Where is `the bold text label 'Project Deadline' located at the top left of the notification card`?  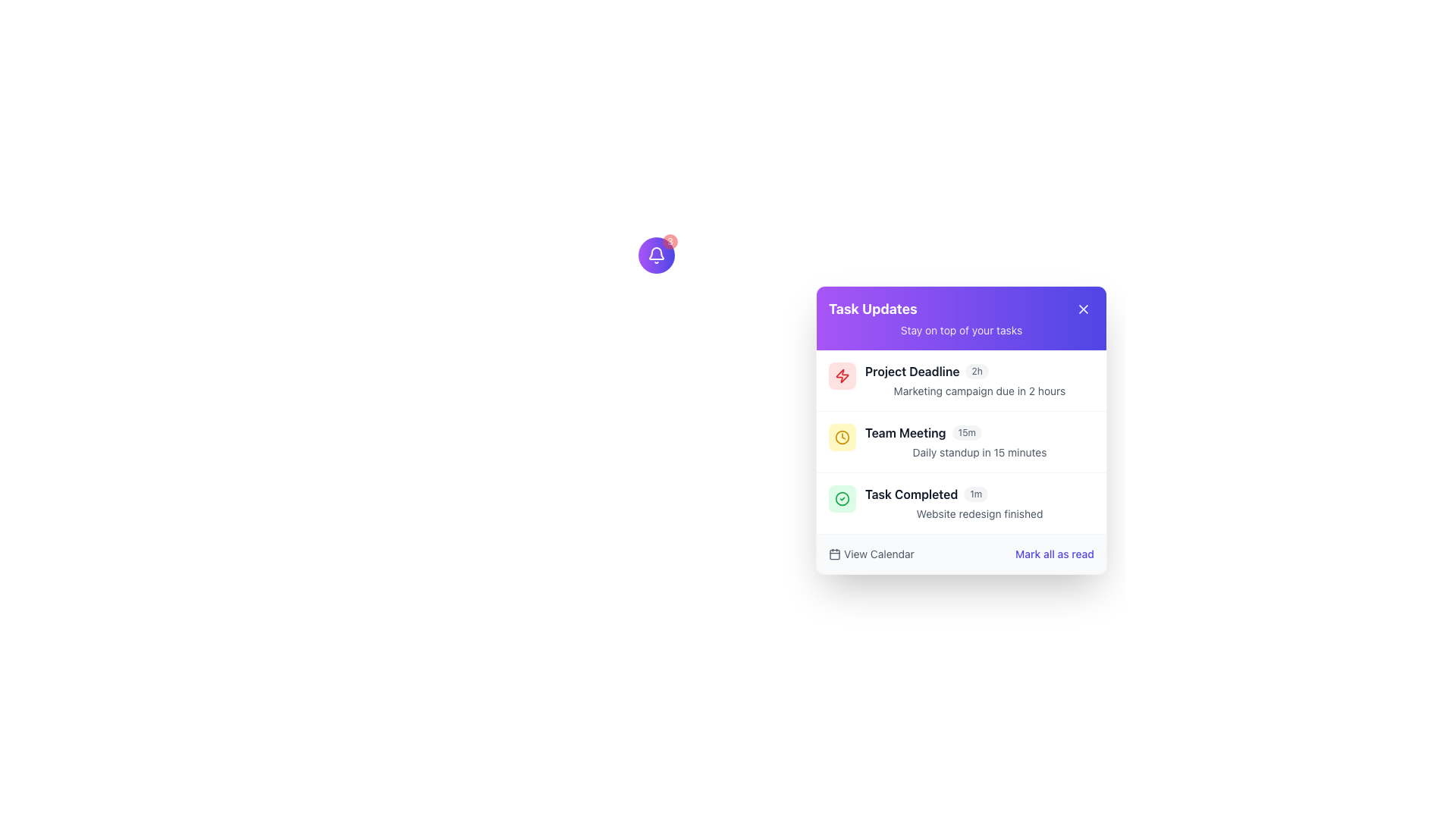 the bold text label 'Project Deadline' located at the top left of the notification card is located at coordinates (912, 371).